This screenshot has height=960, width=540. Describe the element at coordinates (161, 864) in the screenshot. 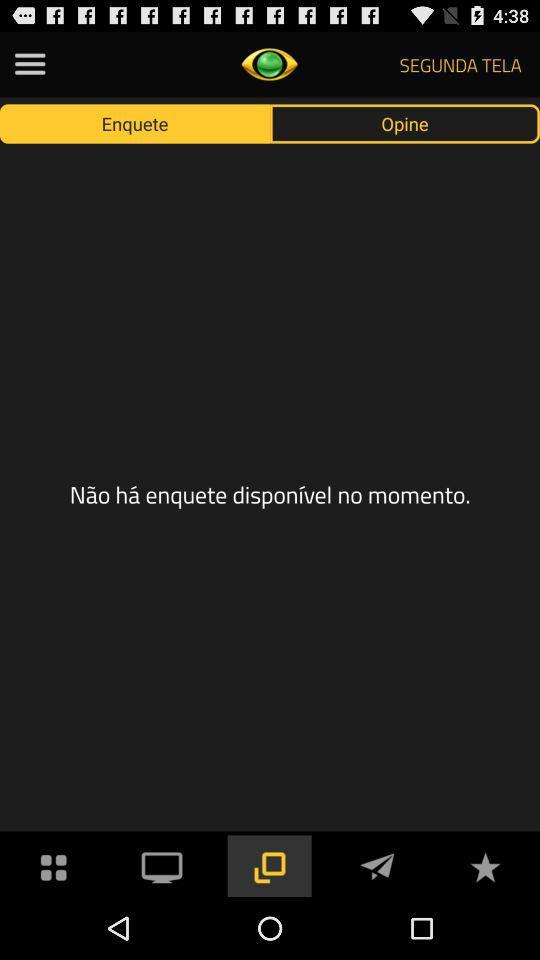

I see `opens video section` at that location.